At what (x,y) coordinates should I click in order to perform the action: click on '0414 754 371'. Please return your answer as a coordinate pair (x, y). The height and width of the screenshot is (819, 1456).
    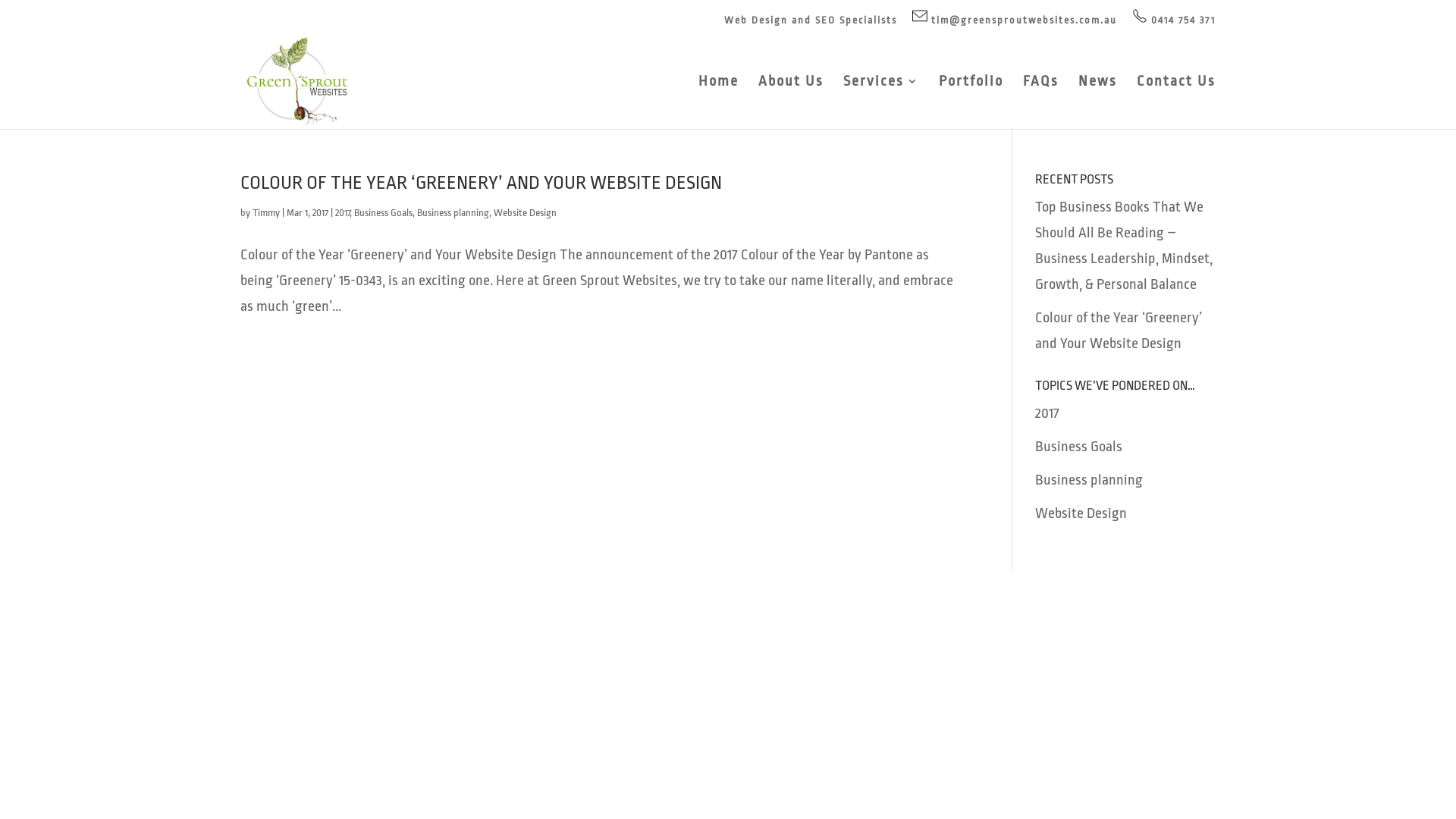
    Looking at the image, I should click on (1172, 20).